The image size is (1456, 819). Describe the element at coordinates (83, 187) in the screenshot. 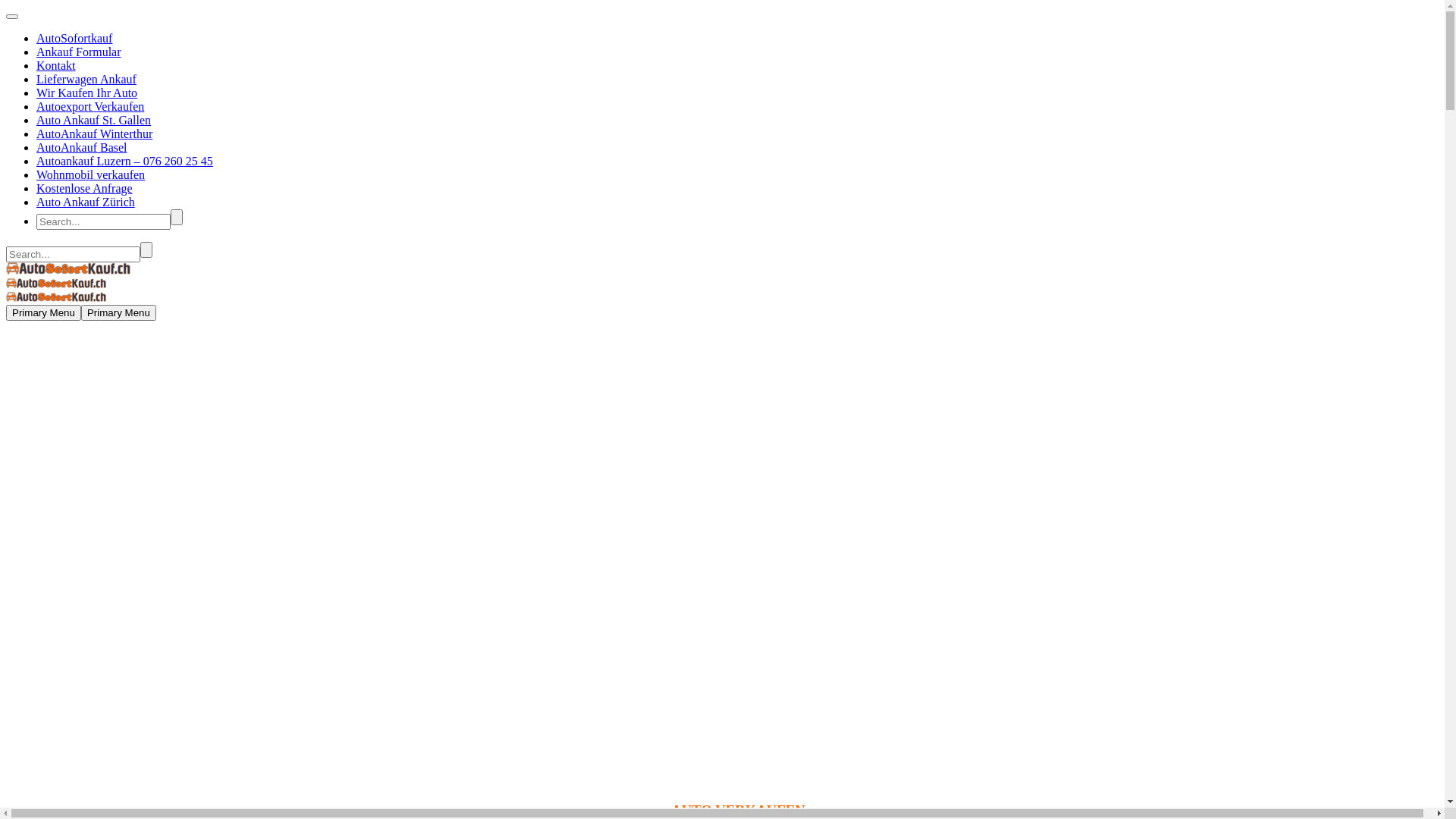

I see `'Kostenlose Anfrage'` at that location.